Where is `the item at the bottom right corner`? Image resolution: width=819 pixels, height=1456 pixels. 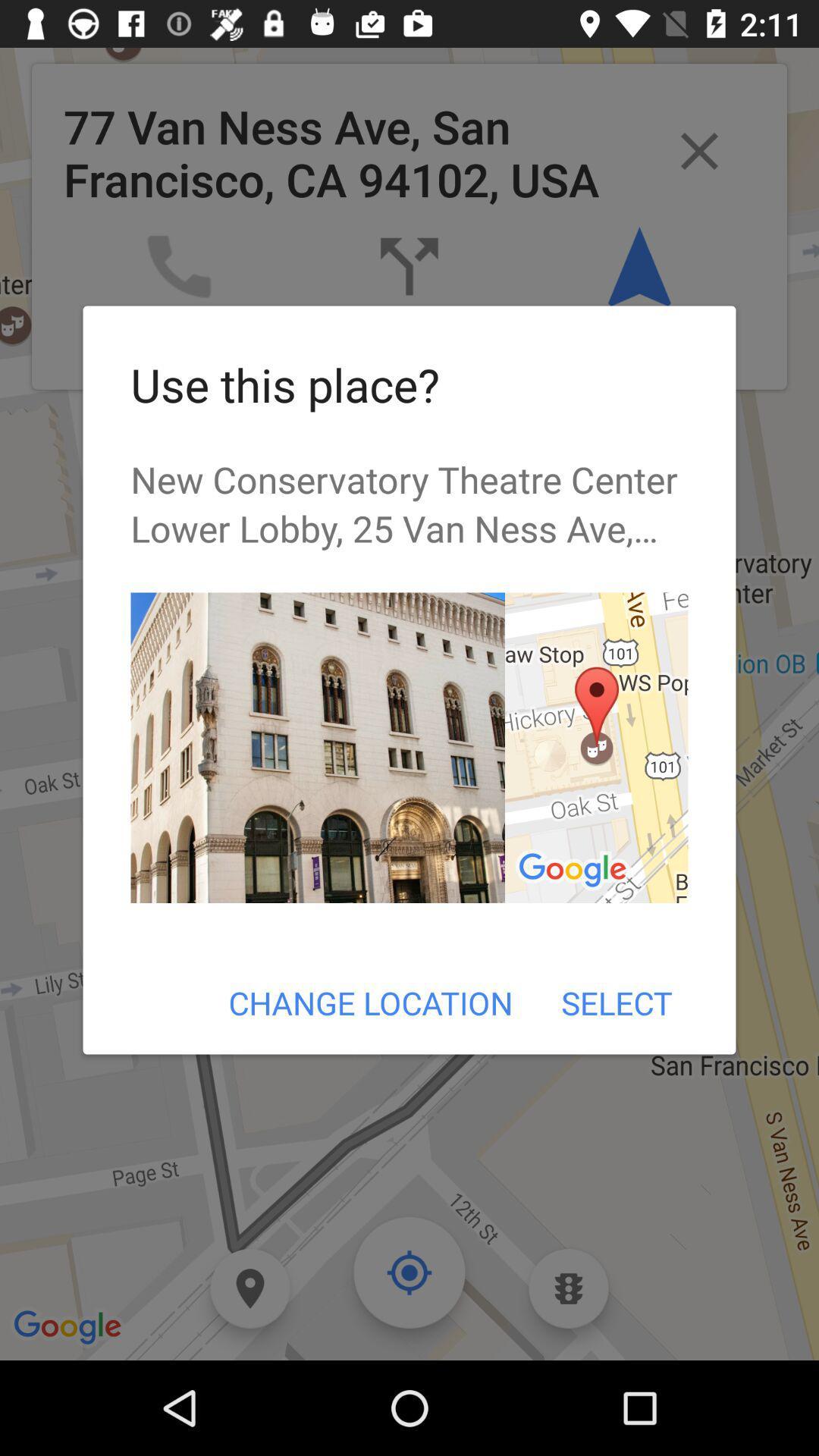 the item at the bottom right corner is located at coordinates (617, 1003).